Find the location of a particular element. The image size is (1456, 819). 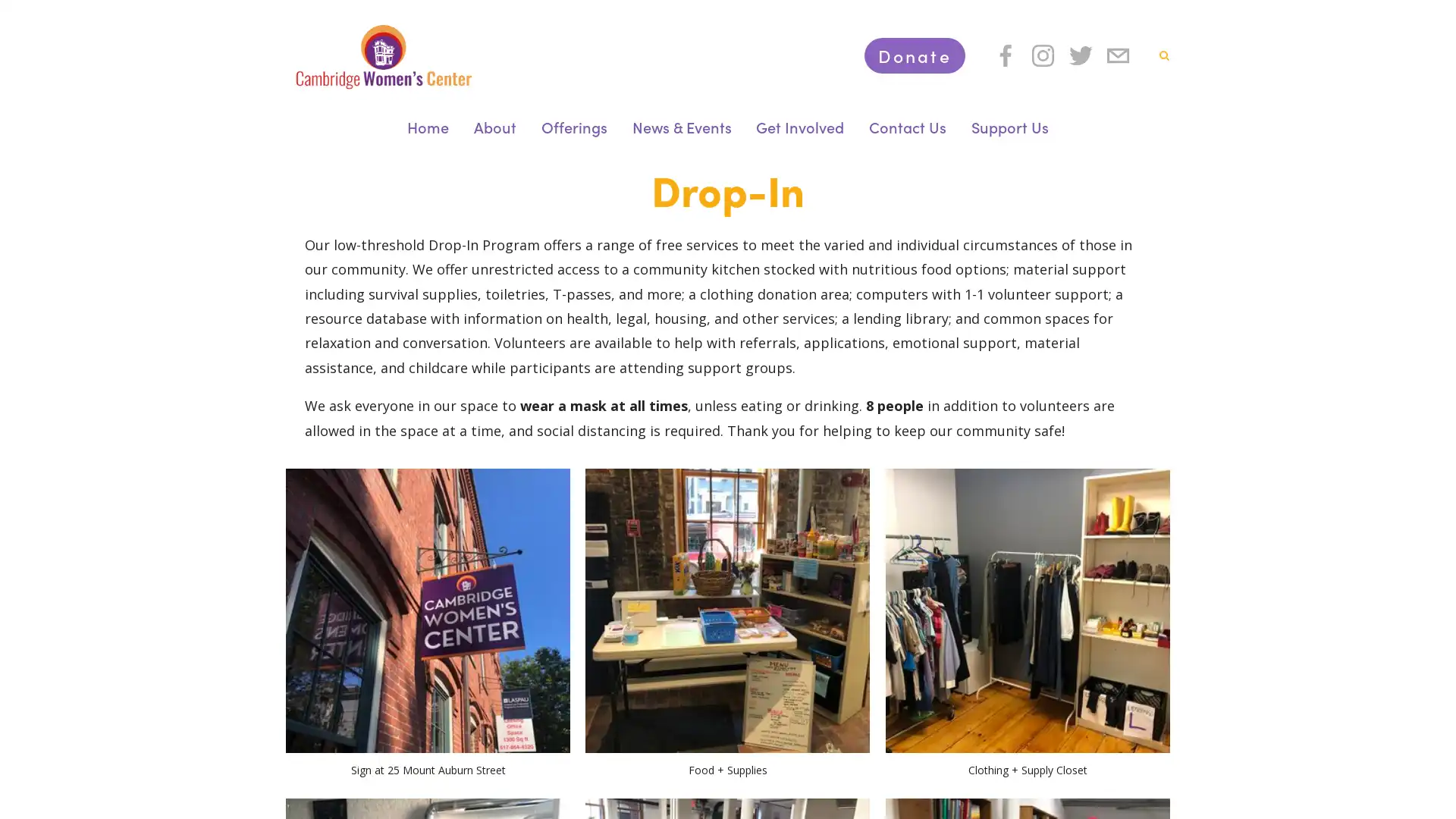

View fullsize Clothing + Supply Closet is located at coordinates (1027, 610).